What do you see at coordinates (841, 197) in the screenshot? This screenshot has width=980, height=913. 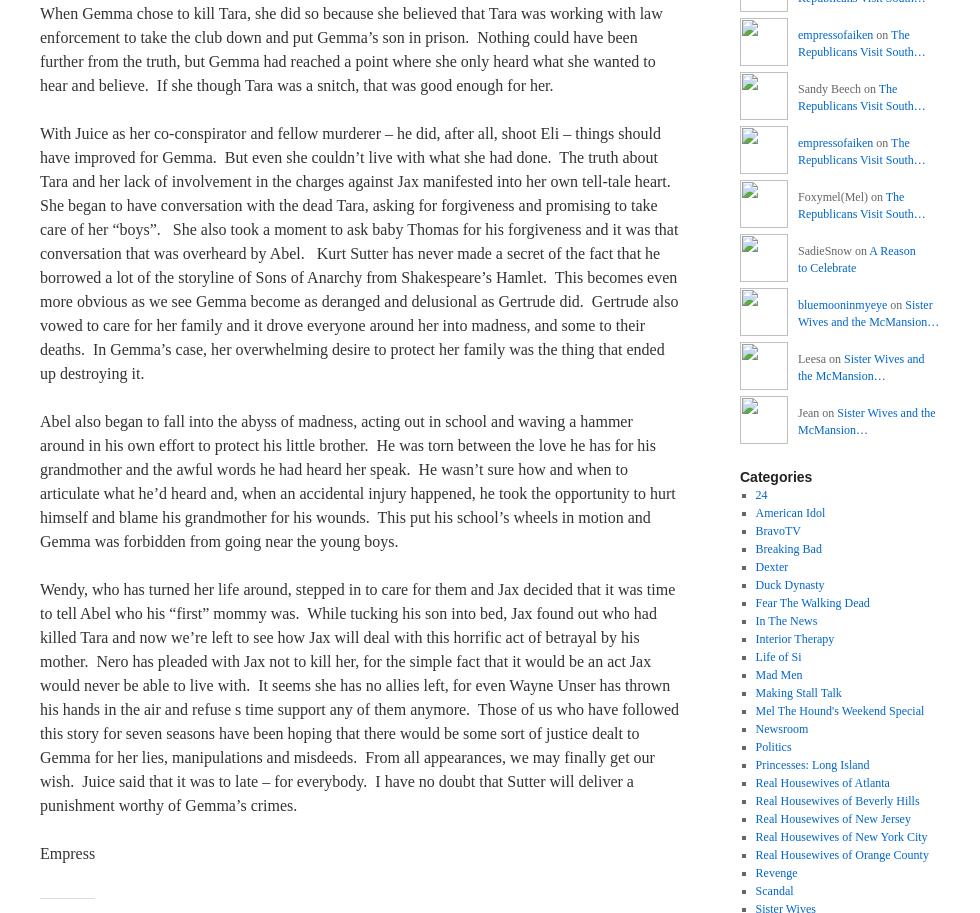 I see `'Foxymel(Mel) on'` at bounding box center [841, 197].